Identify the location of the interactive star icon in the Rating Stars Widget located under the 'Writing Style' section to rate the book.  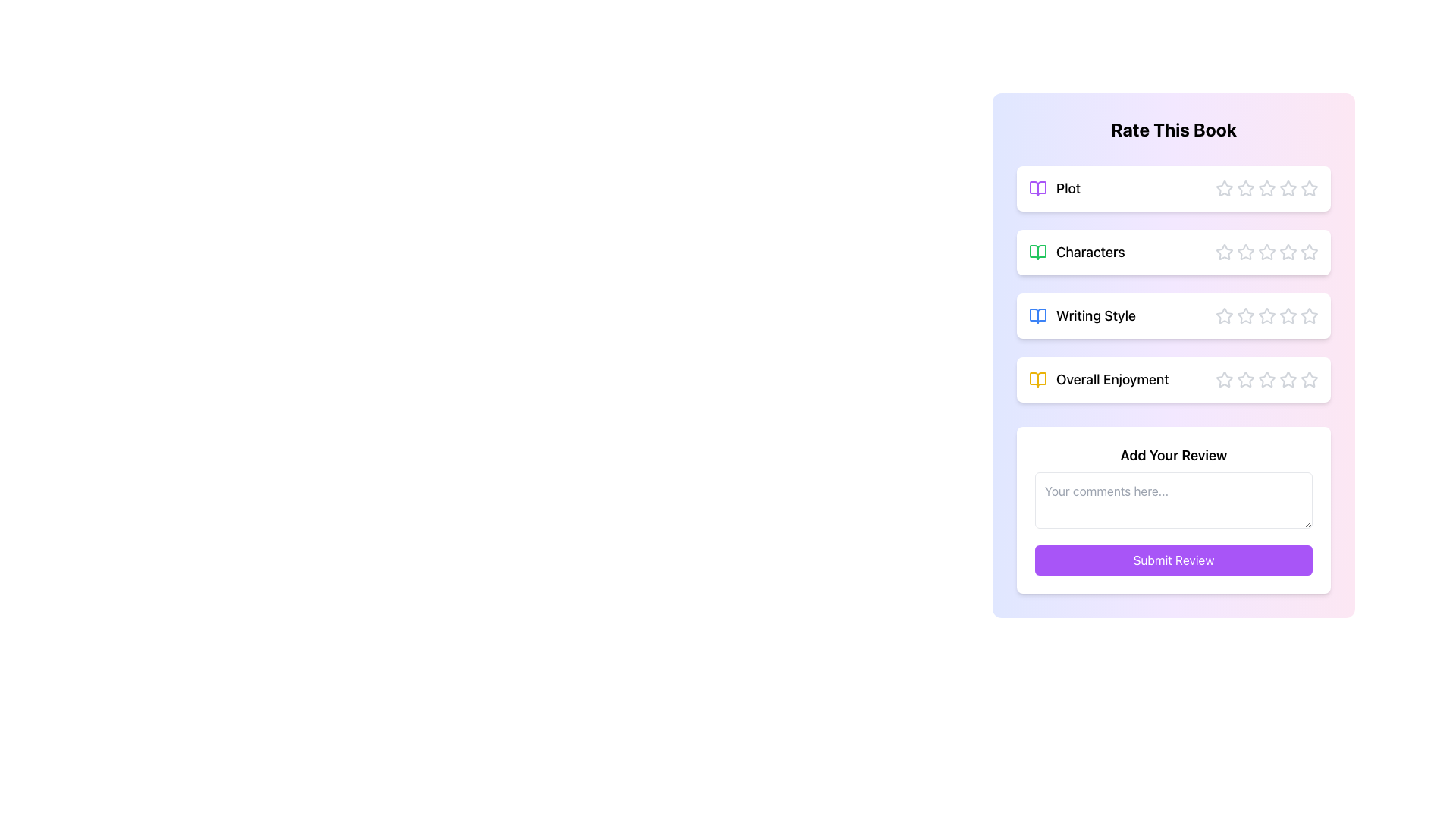
(1266, 315).